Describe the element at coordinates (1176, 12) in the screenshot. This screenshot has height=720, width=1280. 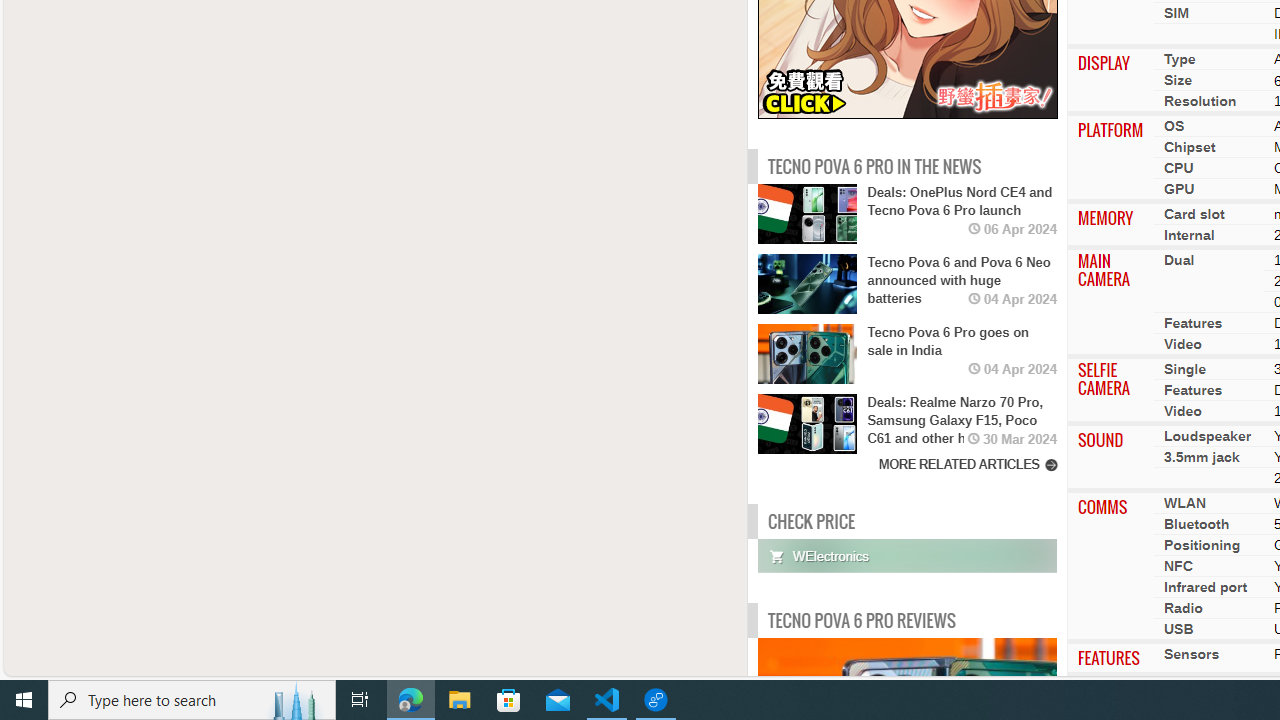
I see `'SIM'` at that location.